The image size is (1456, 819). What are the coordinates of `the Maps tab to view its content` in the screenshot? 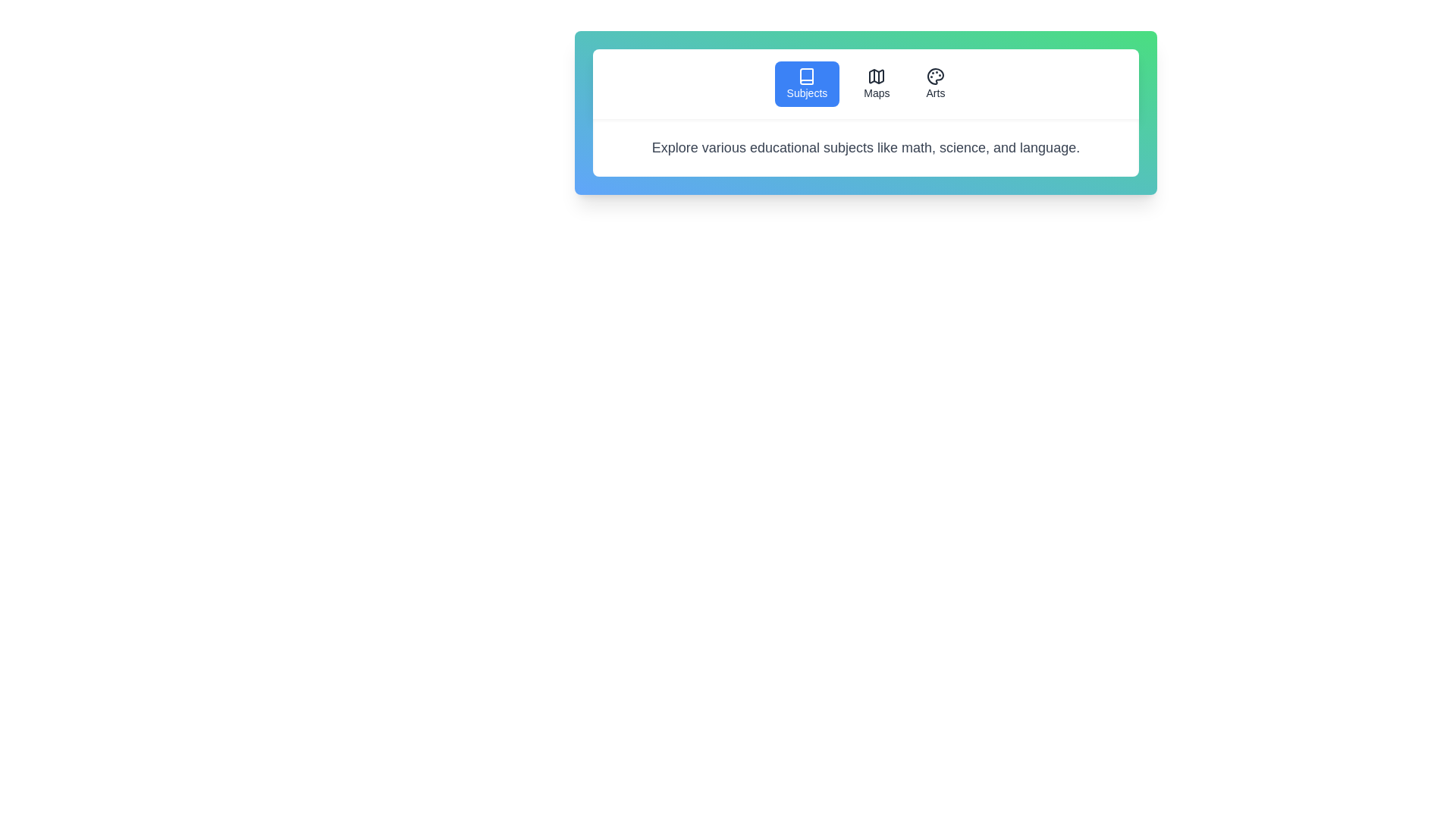 It's located at (877, 84).